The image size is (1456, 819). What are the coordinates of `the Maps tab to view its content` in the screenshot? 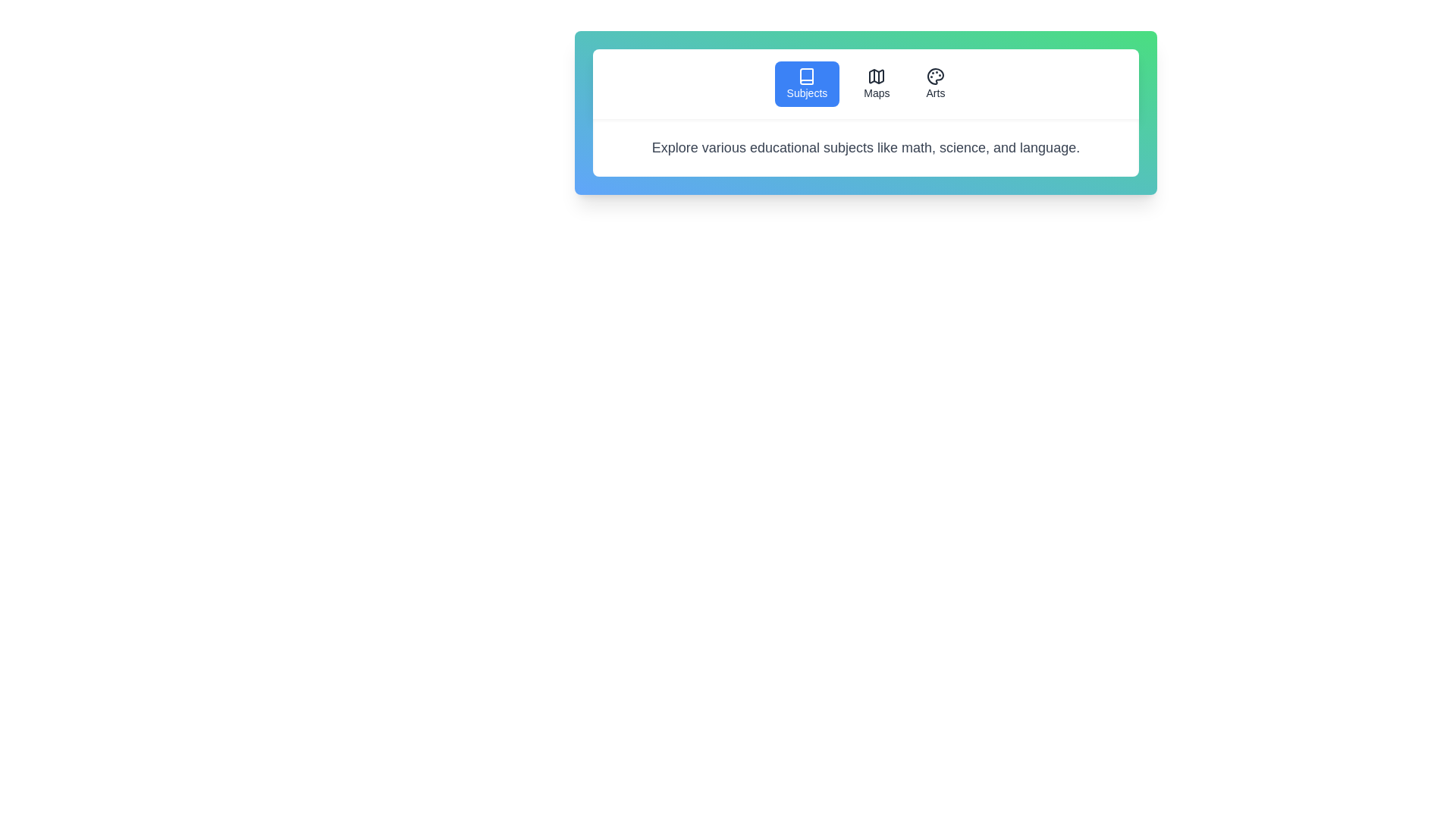 It's located at (877, 84).